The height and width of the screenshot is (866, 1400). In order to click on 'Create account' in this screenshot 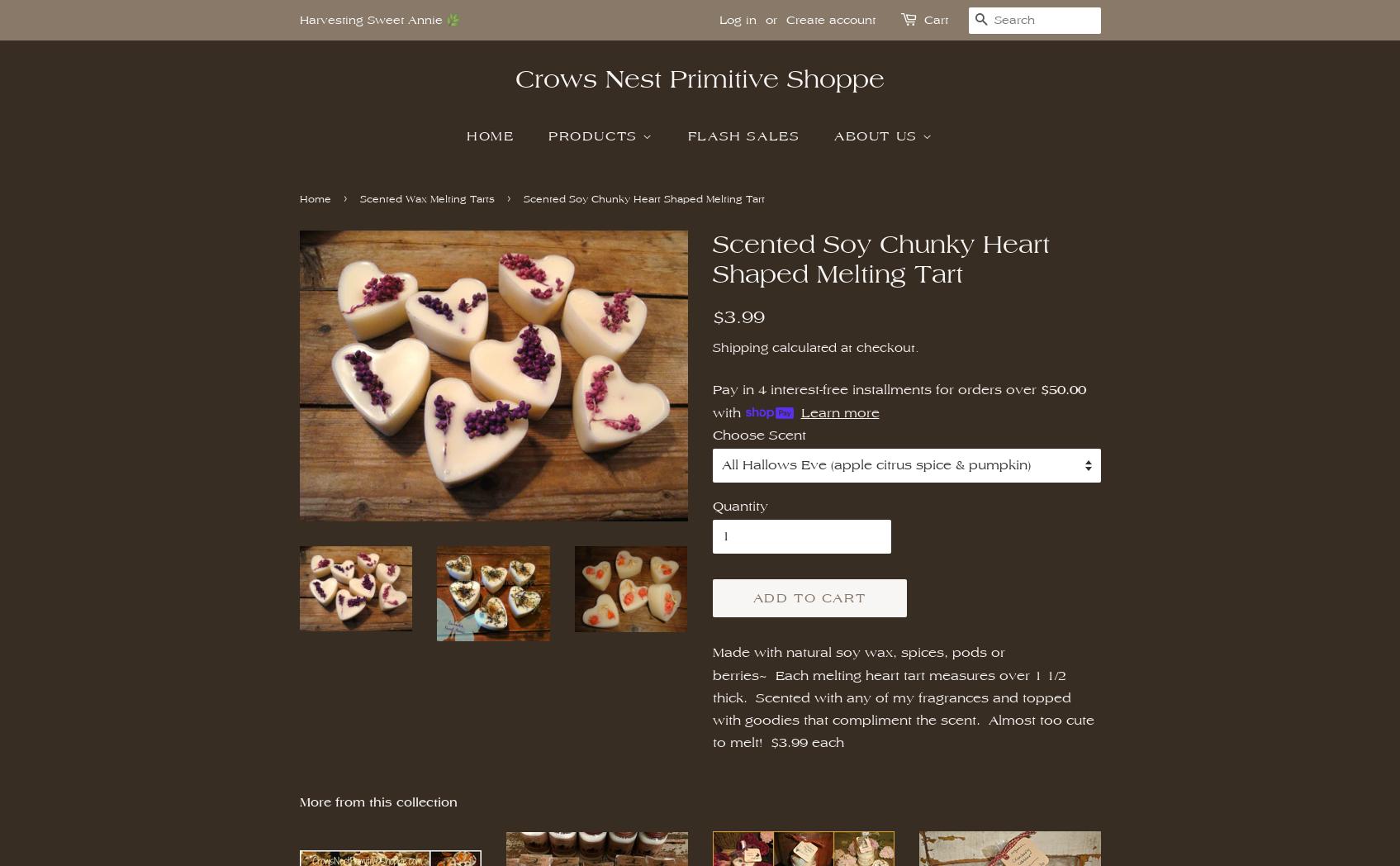, I will do `click(785, 18)`.